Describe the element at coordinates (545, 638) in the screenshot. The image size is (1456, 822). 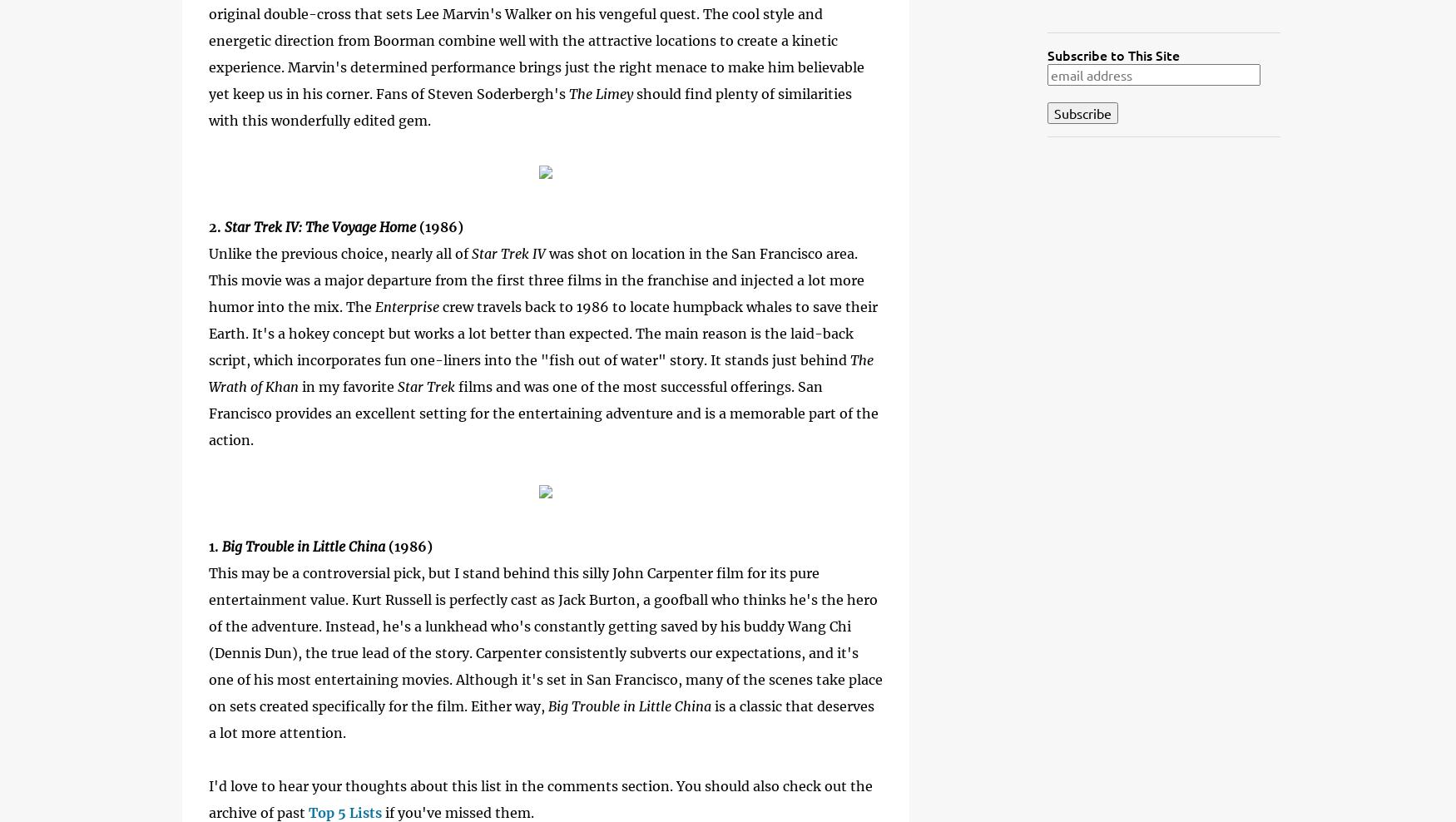
I see `'This may be a controversial pick, but I stand behind this silly John Carpenter film for its pure entertainment value. Kurt Russell is perfectly cast as Jack Burton, a goofball who thinks he's the hero of the adventure. Instead, he's a lunkhead who's constantly getting saved by his buddy Wang Chi (Dennis Dun), the true lead of the story. Carpenter consistently subverts our expectations, and it's one of his most entertaining movies. Although it's set in San Francisco, many of the scenes take place on sets created specifically for the film. Either way,'` at that location.